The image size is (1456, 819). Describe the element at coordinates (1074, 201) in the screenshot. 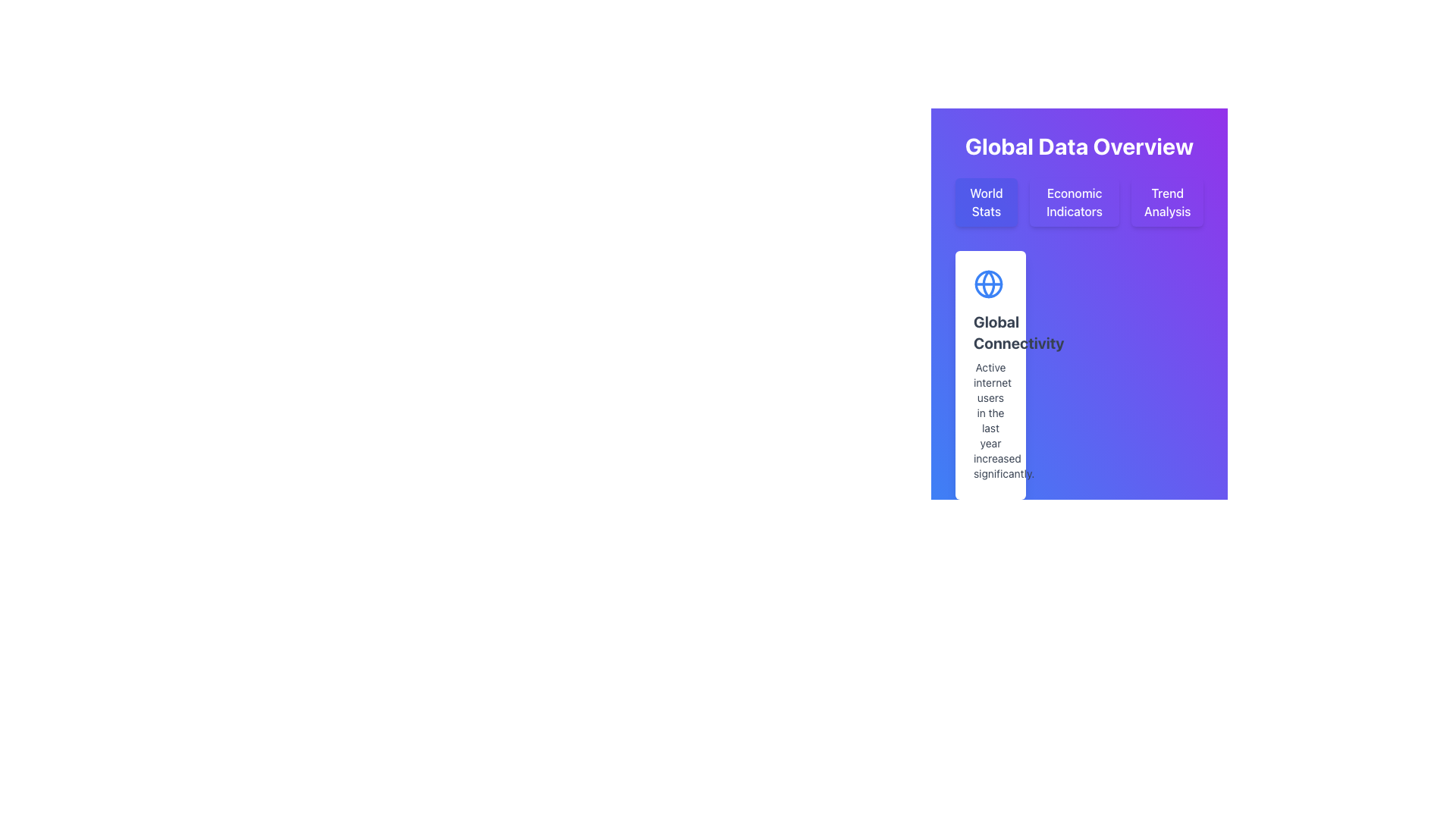

I see `the middle button` at that location.